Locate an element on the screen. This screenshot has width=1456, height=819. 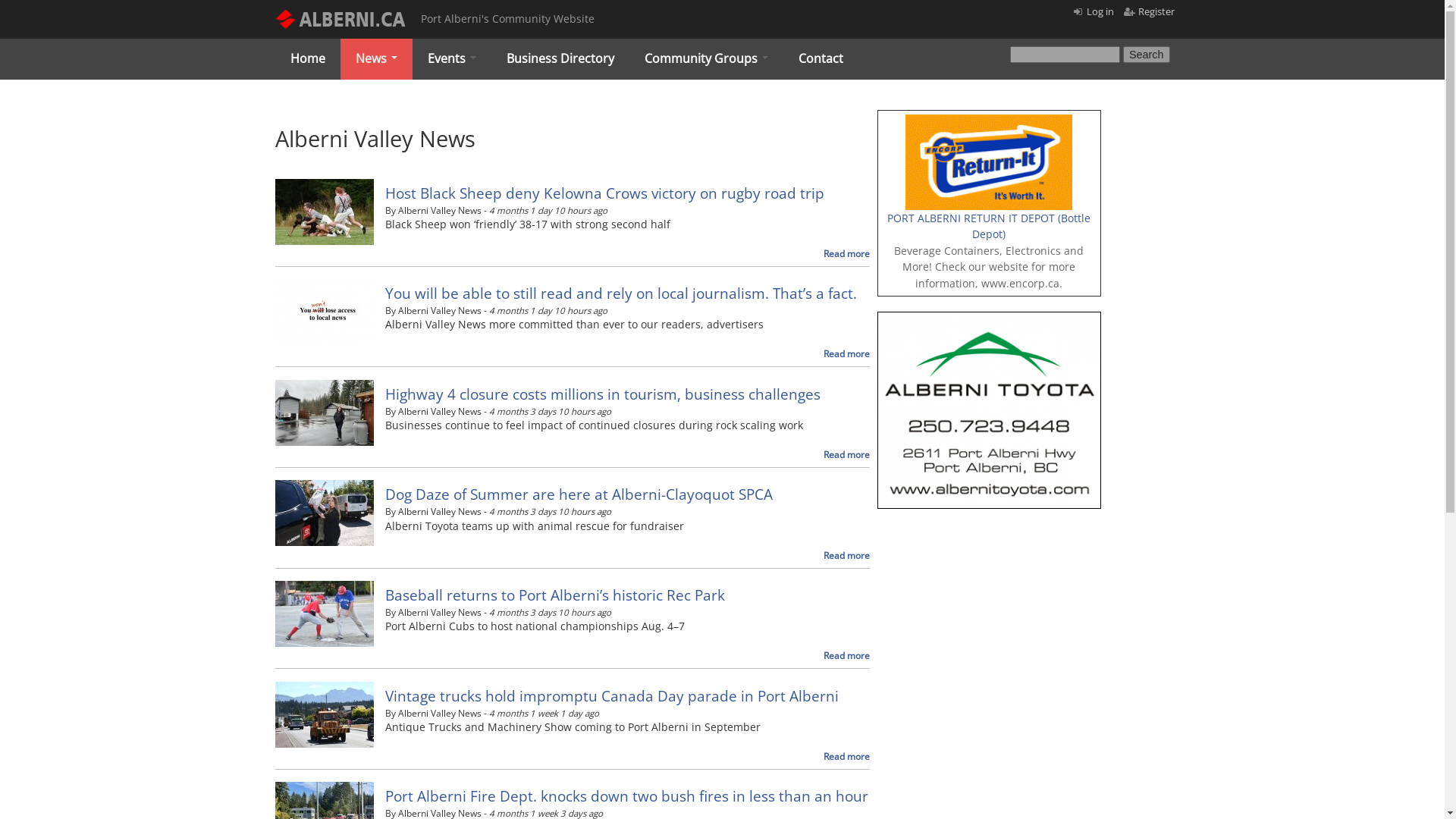
'Home' is located at coordinates (306, 58).